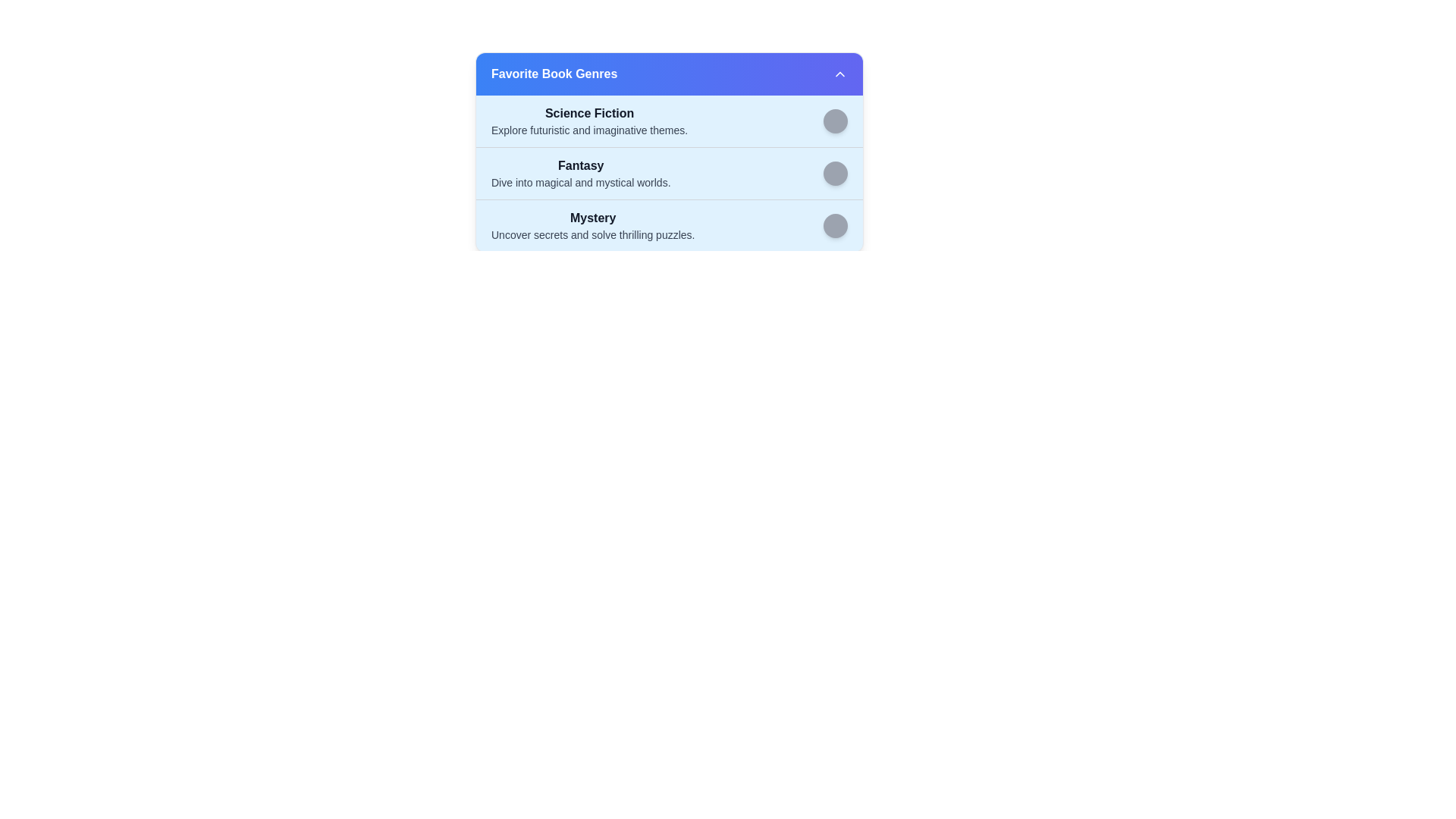 The height and width of the screenshot is (819, 1456). What do you see at coordinates (592, 234) in the screenshot?
I see `the text label displaying 'Uncover secrets and solve thrilling puzzles.' located below the heading 'Mystery' in the 'Favorite Book Genres' section` at bounding box center [592, 234].